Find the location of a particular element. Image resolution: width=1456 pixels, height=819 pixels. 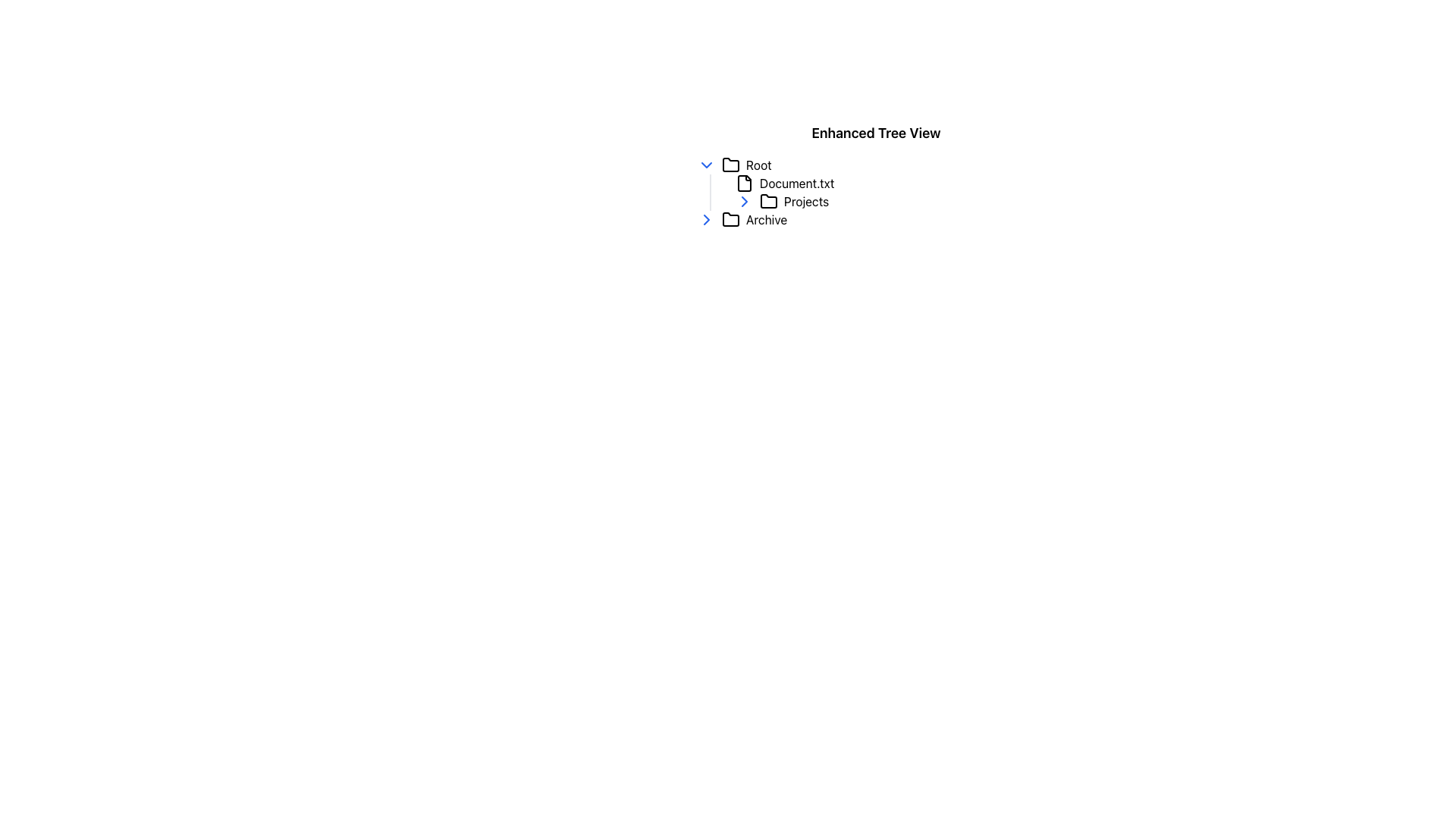

the folder icon located to the left of the text 'Projects' is located at coordinates (768, 201).